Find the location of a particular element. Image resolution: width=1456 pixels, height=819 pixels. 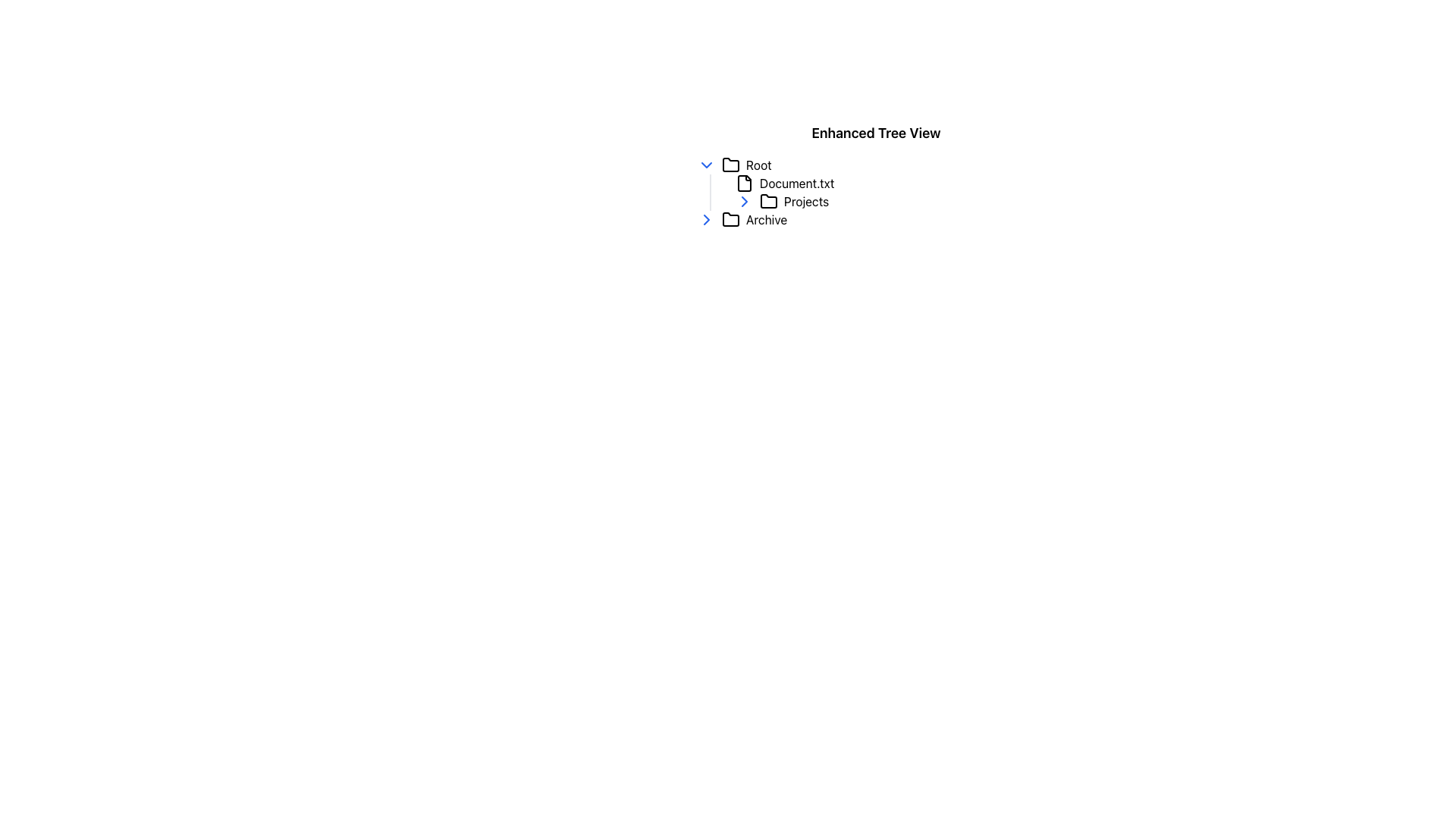

the folder icon located to the left of the text 'Projects' is located at coordinates (768, 201).